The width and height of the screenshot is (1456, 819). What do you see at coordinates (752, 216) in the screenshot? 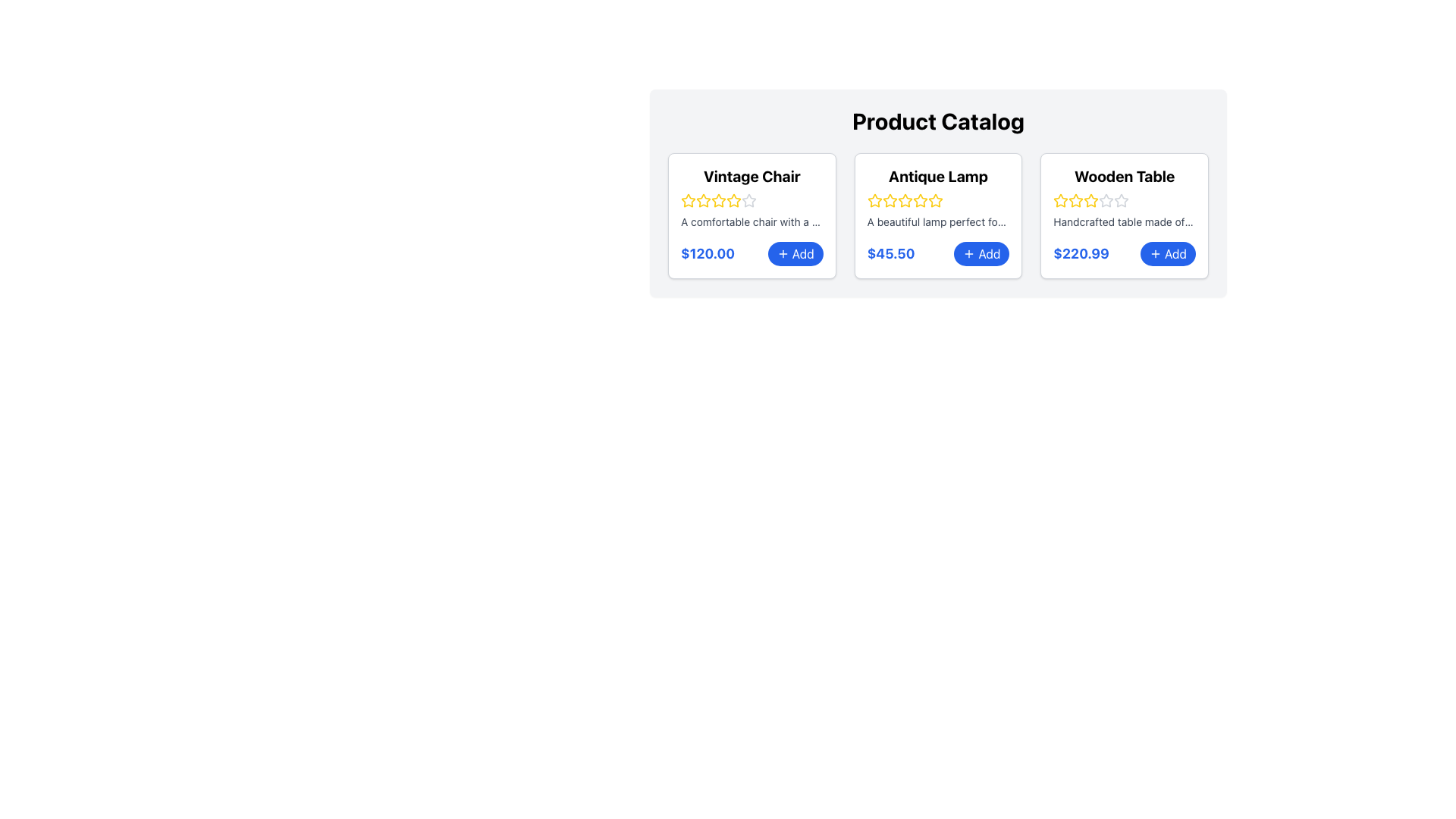
I see `the title or rating on the leftmost product card in the Product Catalog` at bounding box center [752, 216].